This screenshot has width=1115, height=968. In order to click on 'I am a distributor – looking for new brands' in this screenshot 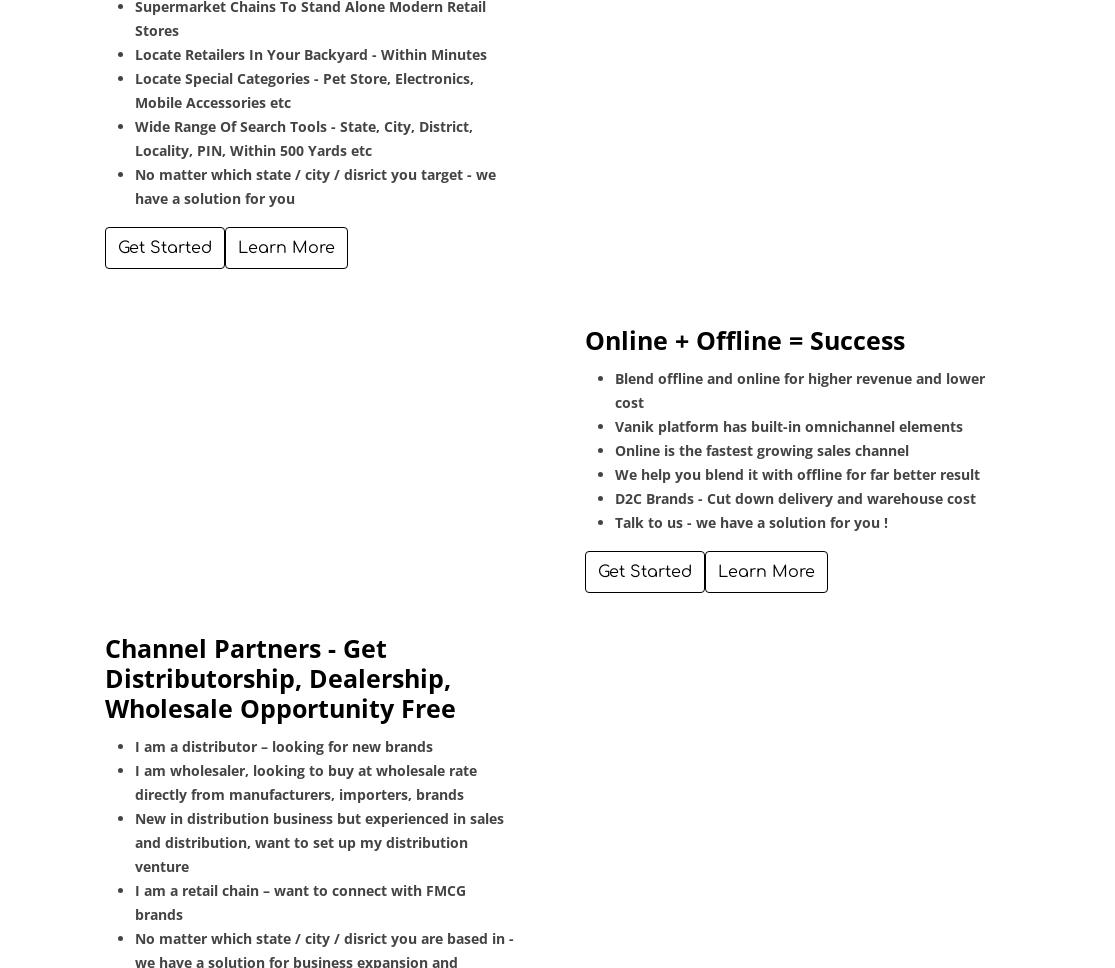, I will do `click(283, 745)`.